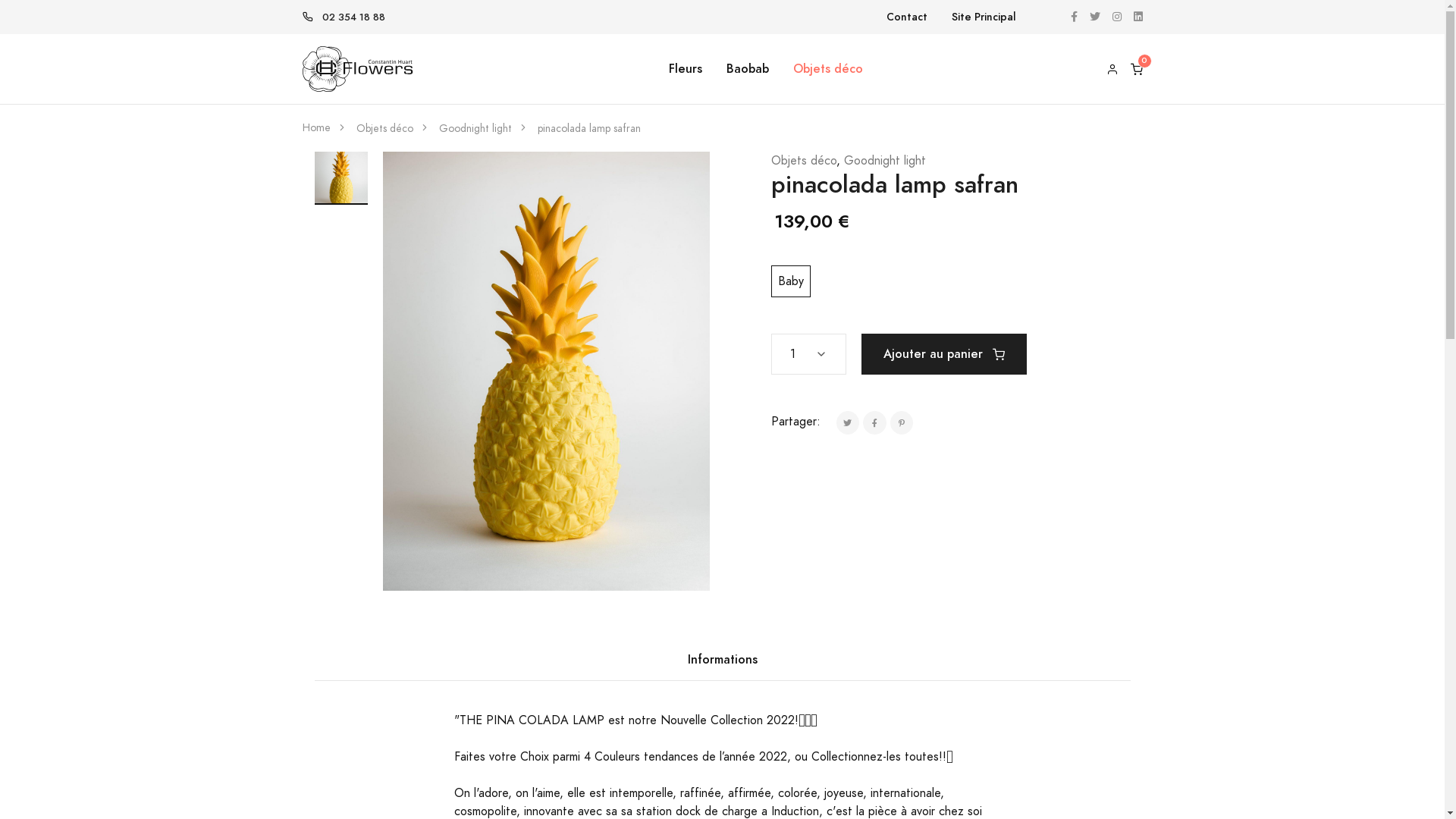 Image resolution: width=1456 pixels, height=819 pixels. I want to click on 'Contact', so click(906, 17).